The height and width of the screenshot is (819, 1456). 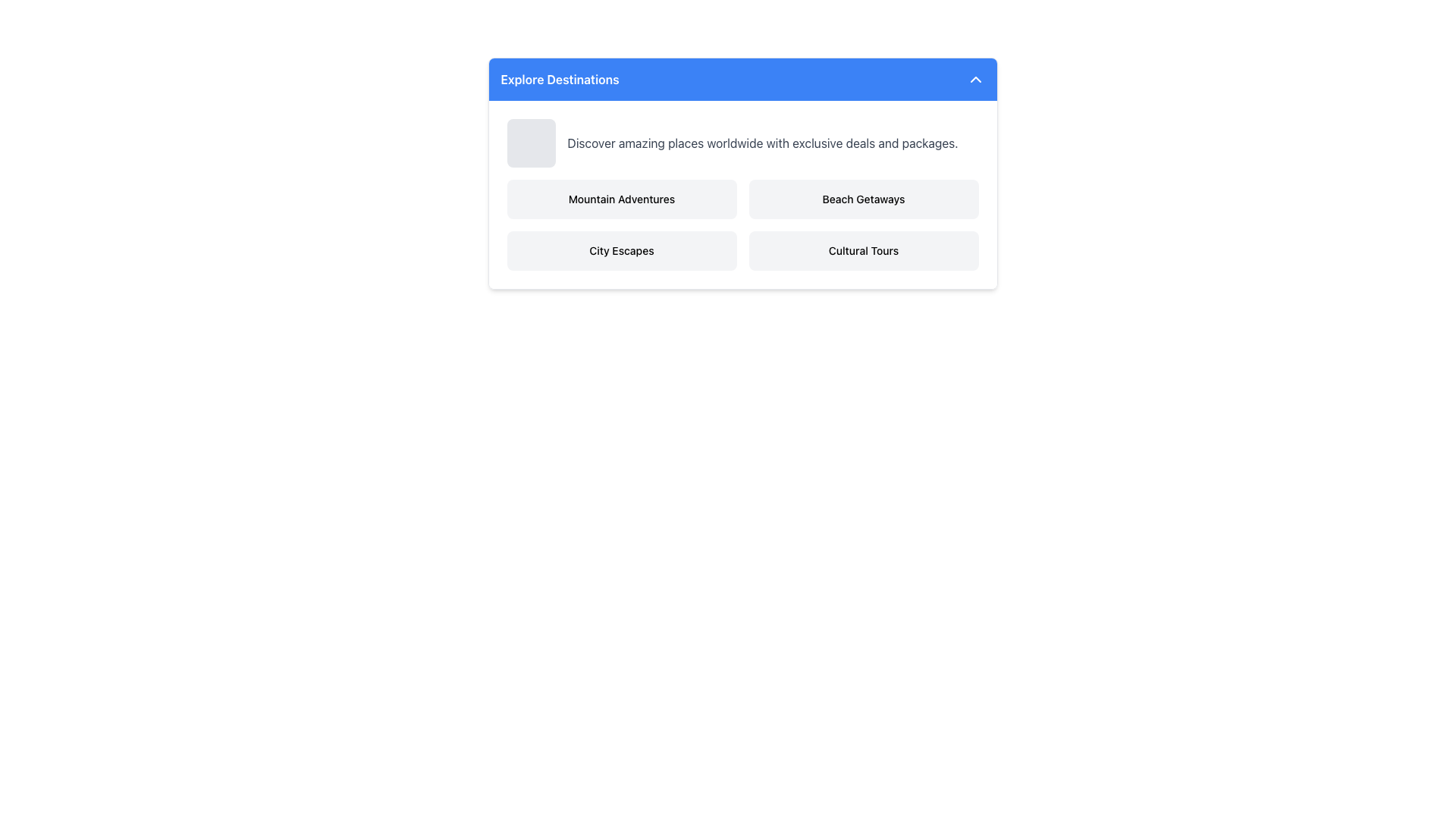 I want to click on the upward-pointing triangular chevron icon with a thin white outline, located in the header bar of the 'Explore Destinations' section, positioned on the far right above a blue background, so click(x=975, y=79).